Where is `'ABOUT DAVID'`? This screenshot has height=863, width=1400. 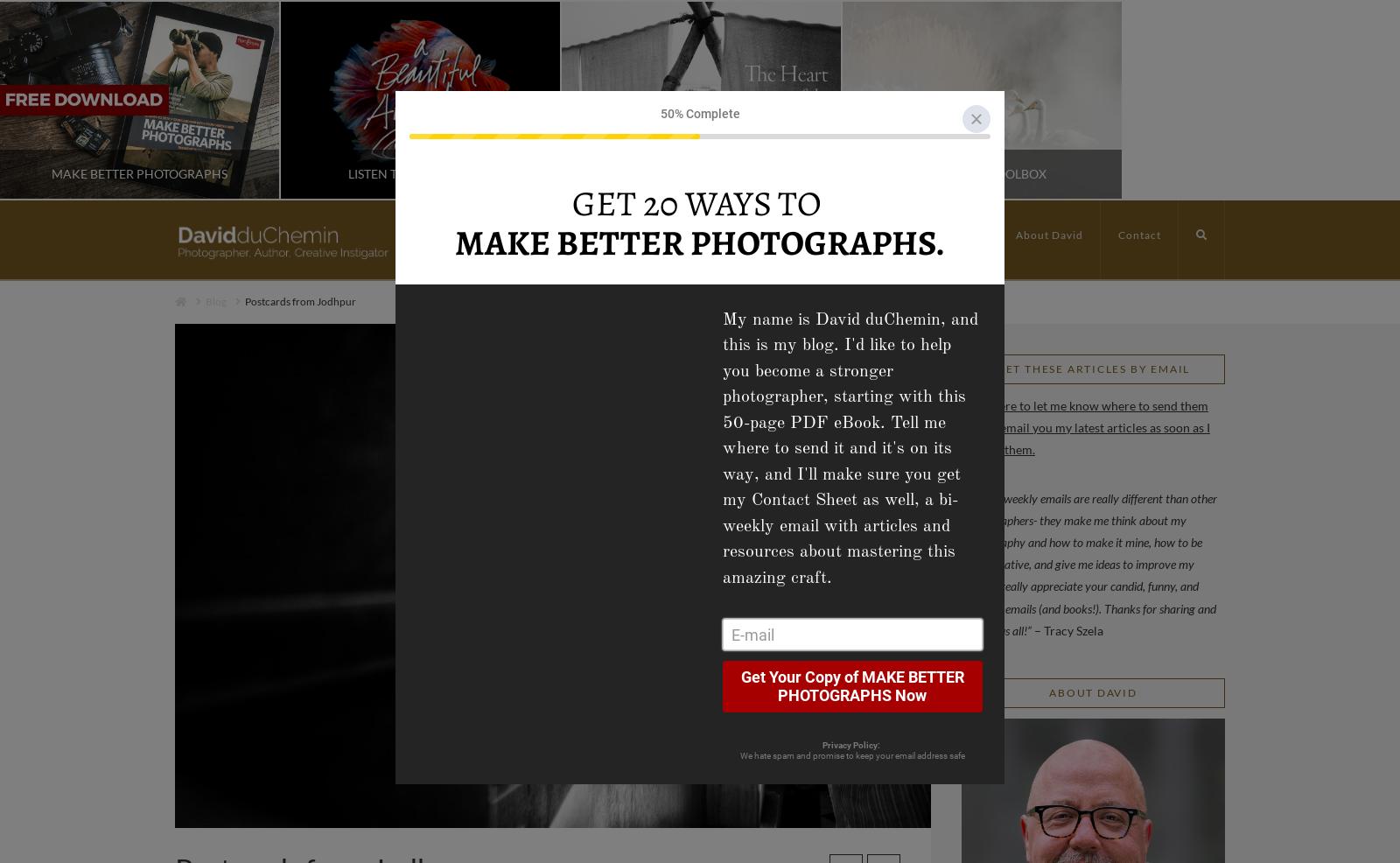
'ABOUT DAVID' is located at coordinates (1091, 691).